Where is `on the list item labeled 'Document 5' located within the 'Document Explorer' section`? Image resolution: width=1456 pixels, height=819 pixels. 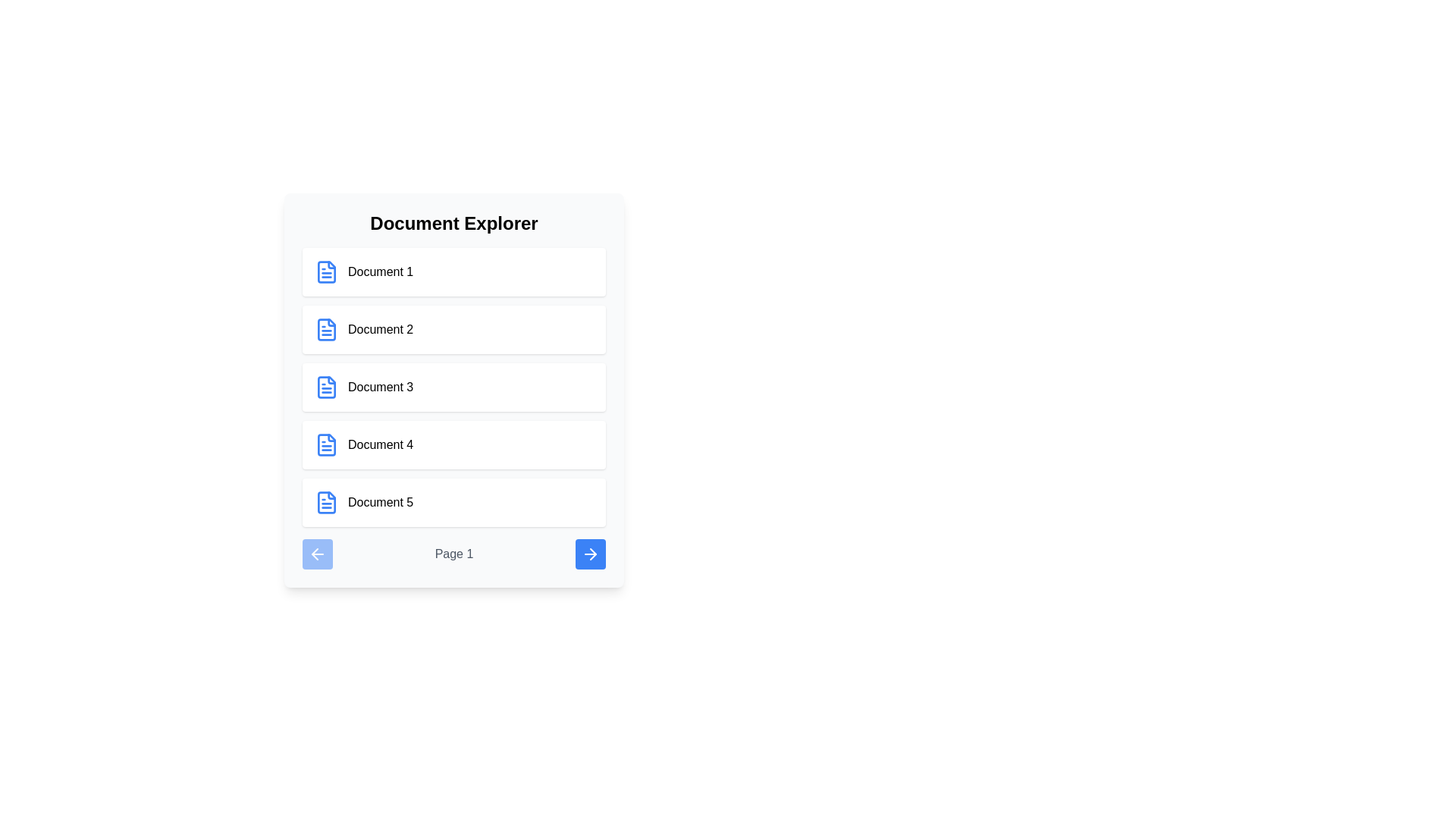
on the list item labeled 'Document 5' located within the 'Document Explorer' section is located at coordinates (453, 503).